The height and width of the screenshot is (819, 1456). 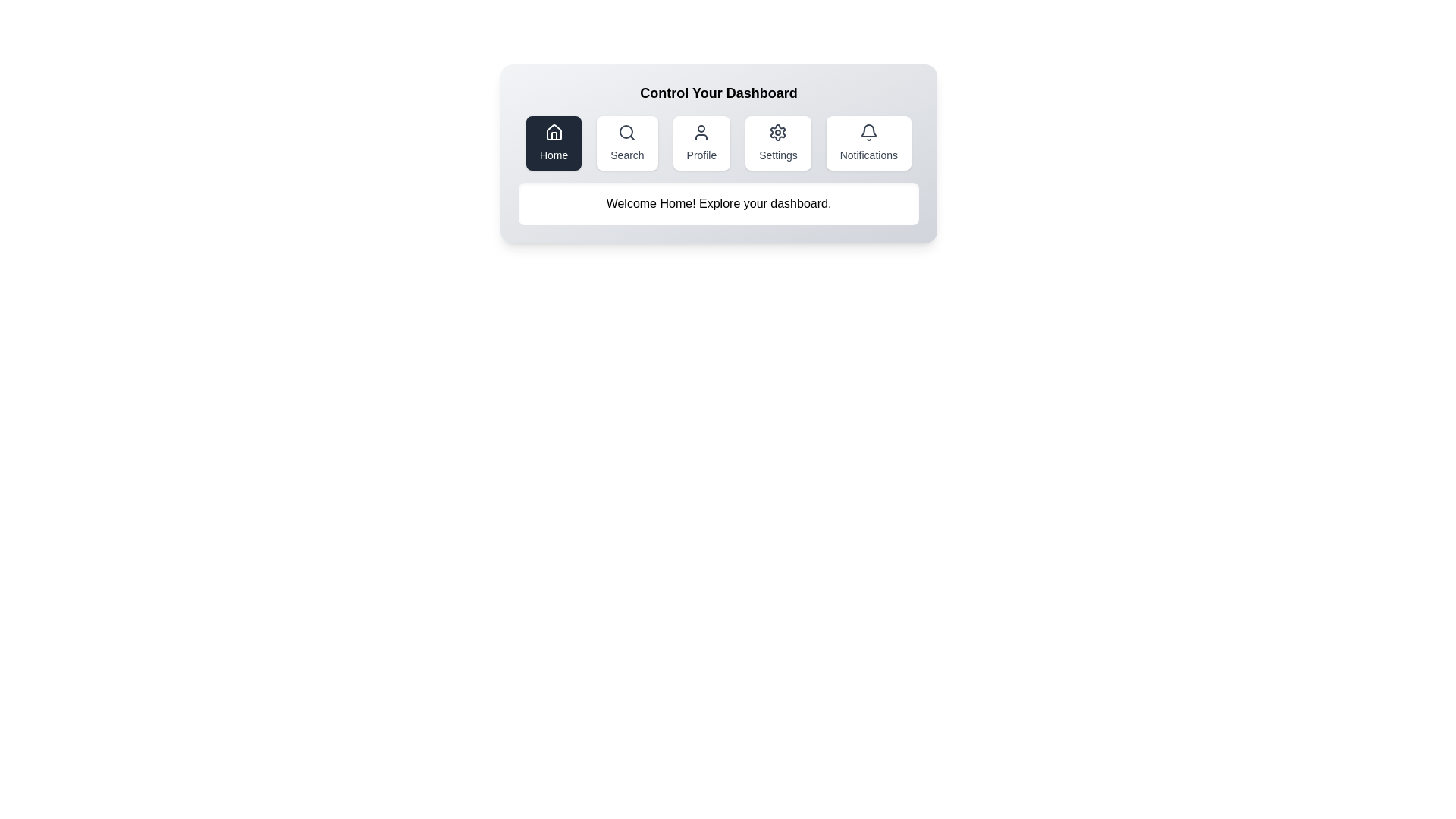 What do you see at coordinates (701, 155) in the screenshot?
I see `the text label within the user profile button located third from the left in the horizontal toolbar beneath the heading 'Control Your Dashboard'` at bounding box center [701, 155].